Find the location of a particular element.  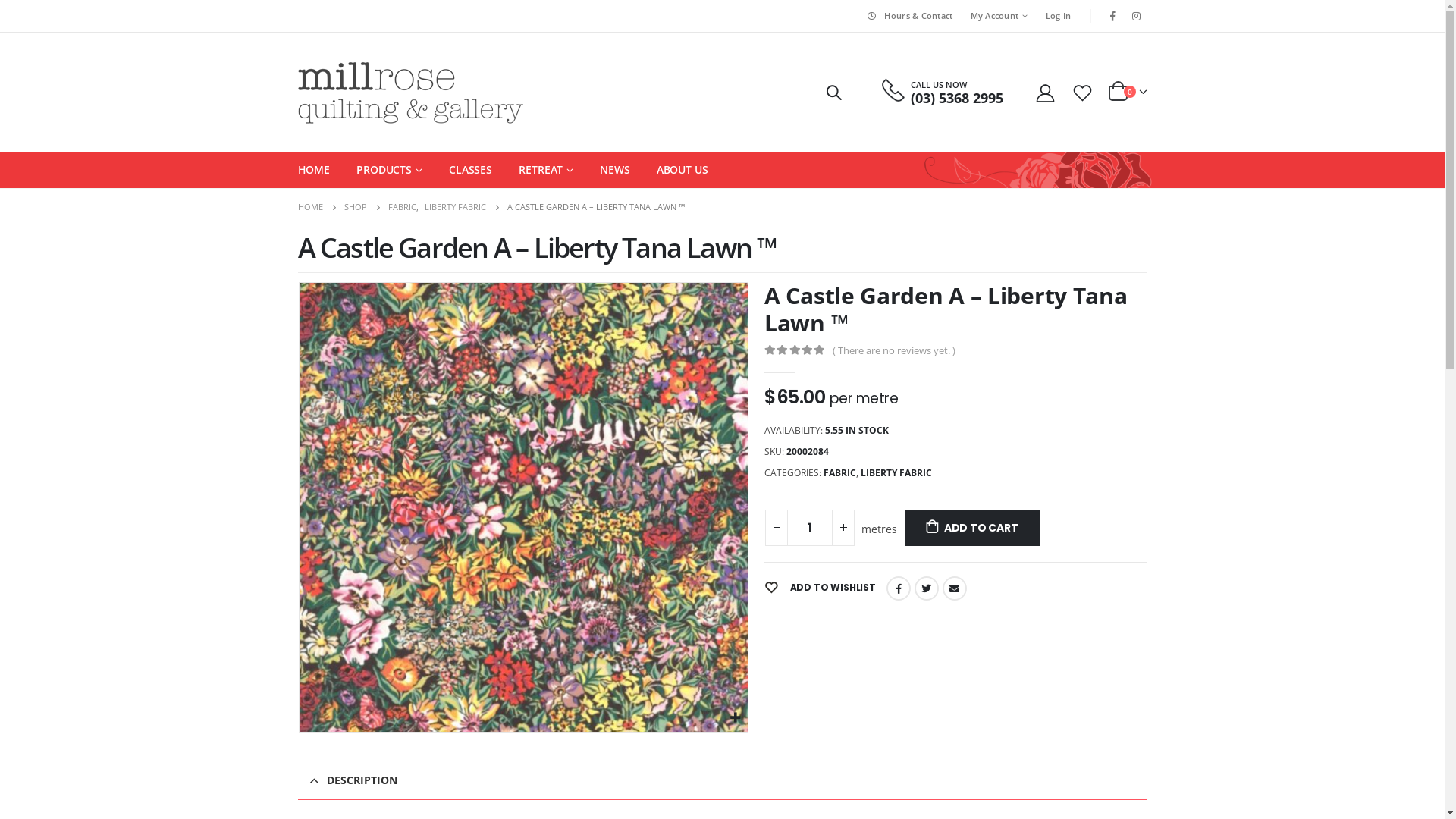

'HOME' is located at coordinates (312, 169).